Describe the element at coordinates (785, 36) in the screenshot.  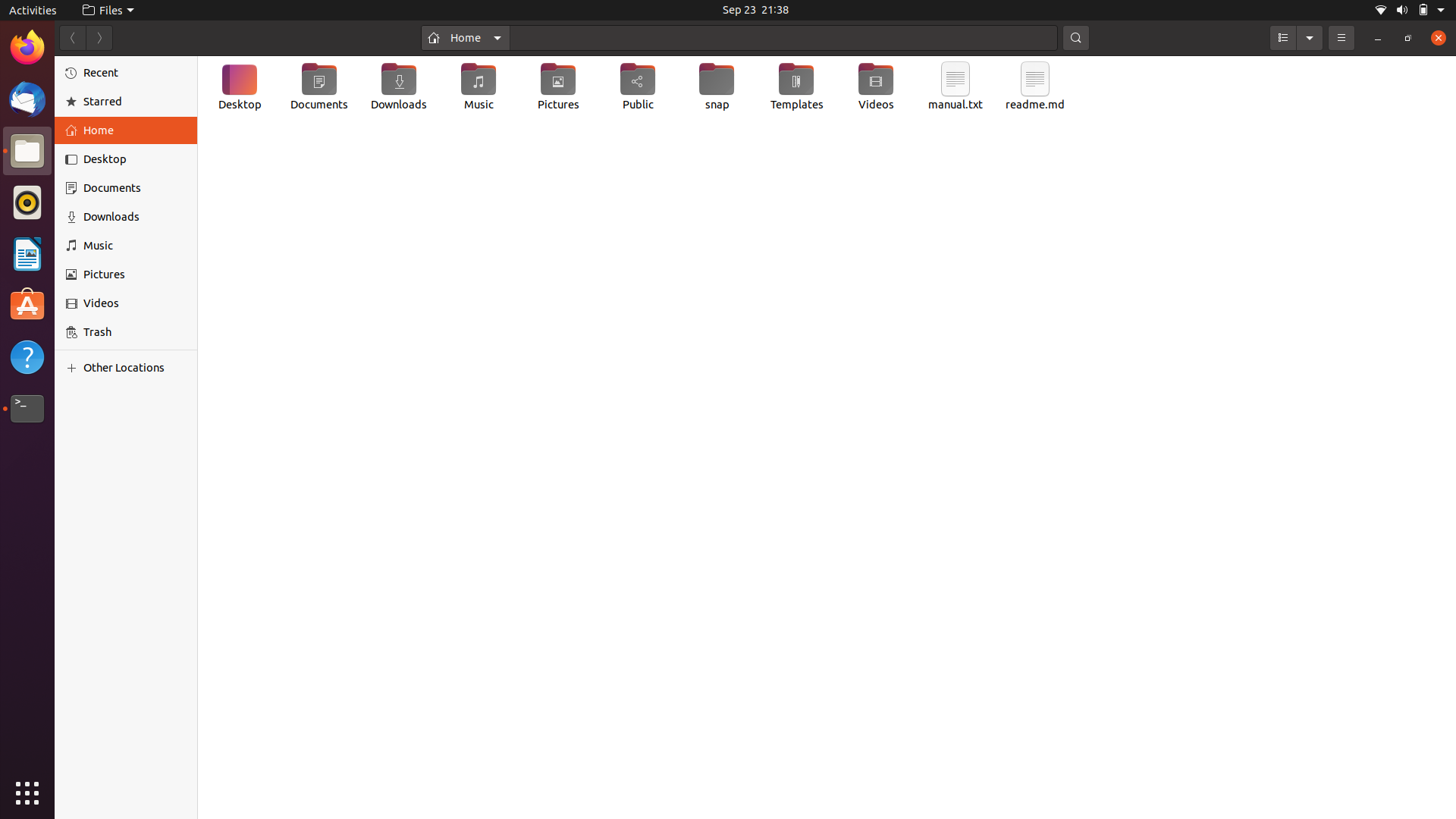
I see `Locate the file named "helloworld.txt" in the home directory` at that location.